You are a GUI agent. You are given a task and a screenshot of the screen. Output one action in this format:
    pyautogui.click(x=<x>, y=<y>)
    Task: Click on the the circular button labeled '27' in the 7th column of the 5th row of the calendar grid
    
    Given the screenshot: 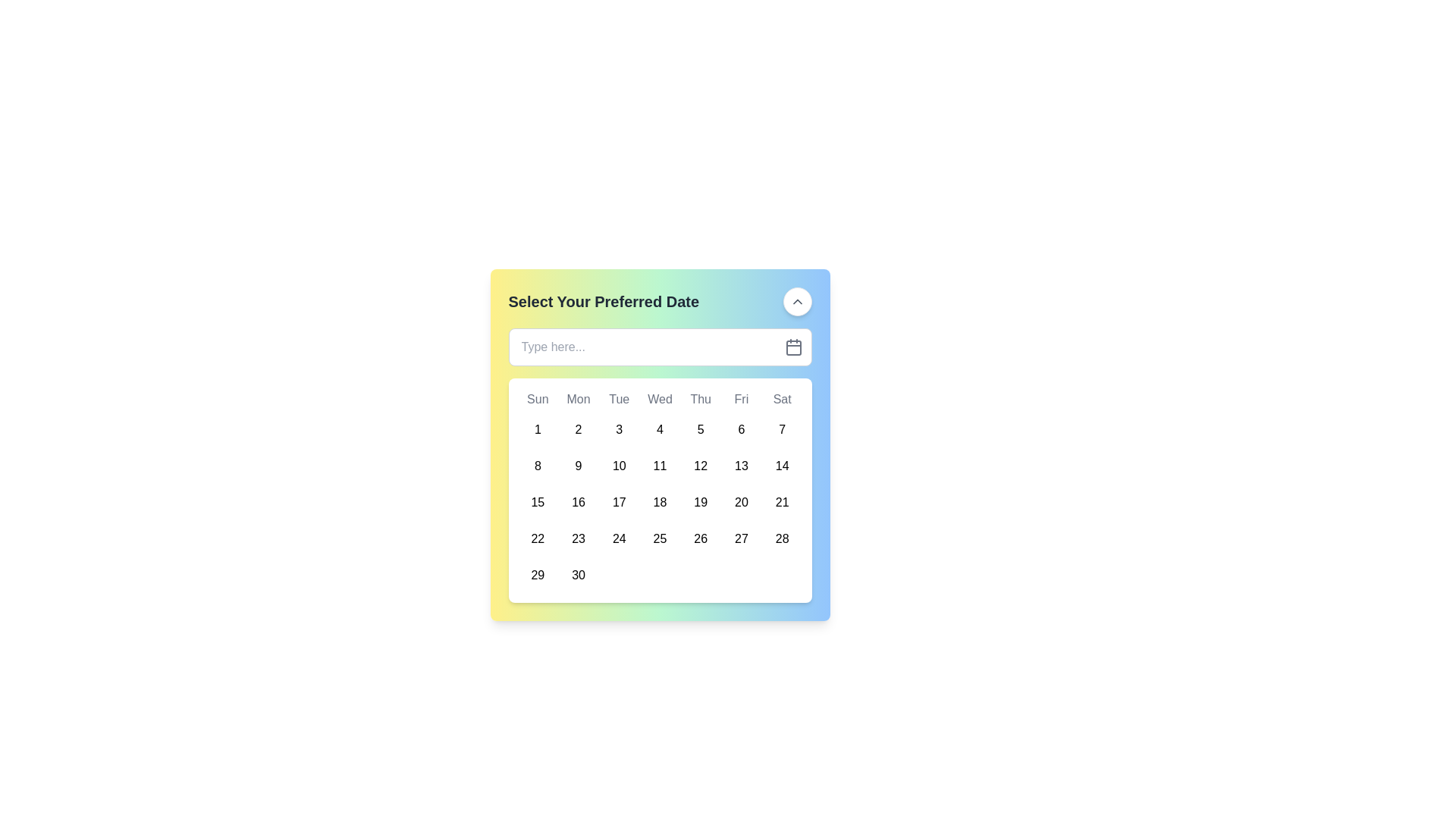 What is the action you would take?
    pyautogui.click(x=741, y=538)
    